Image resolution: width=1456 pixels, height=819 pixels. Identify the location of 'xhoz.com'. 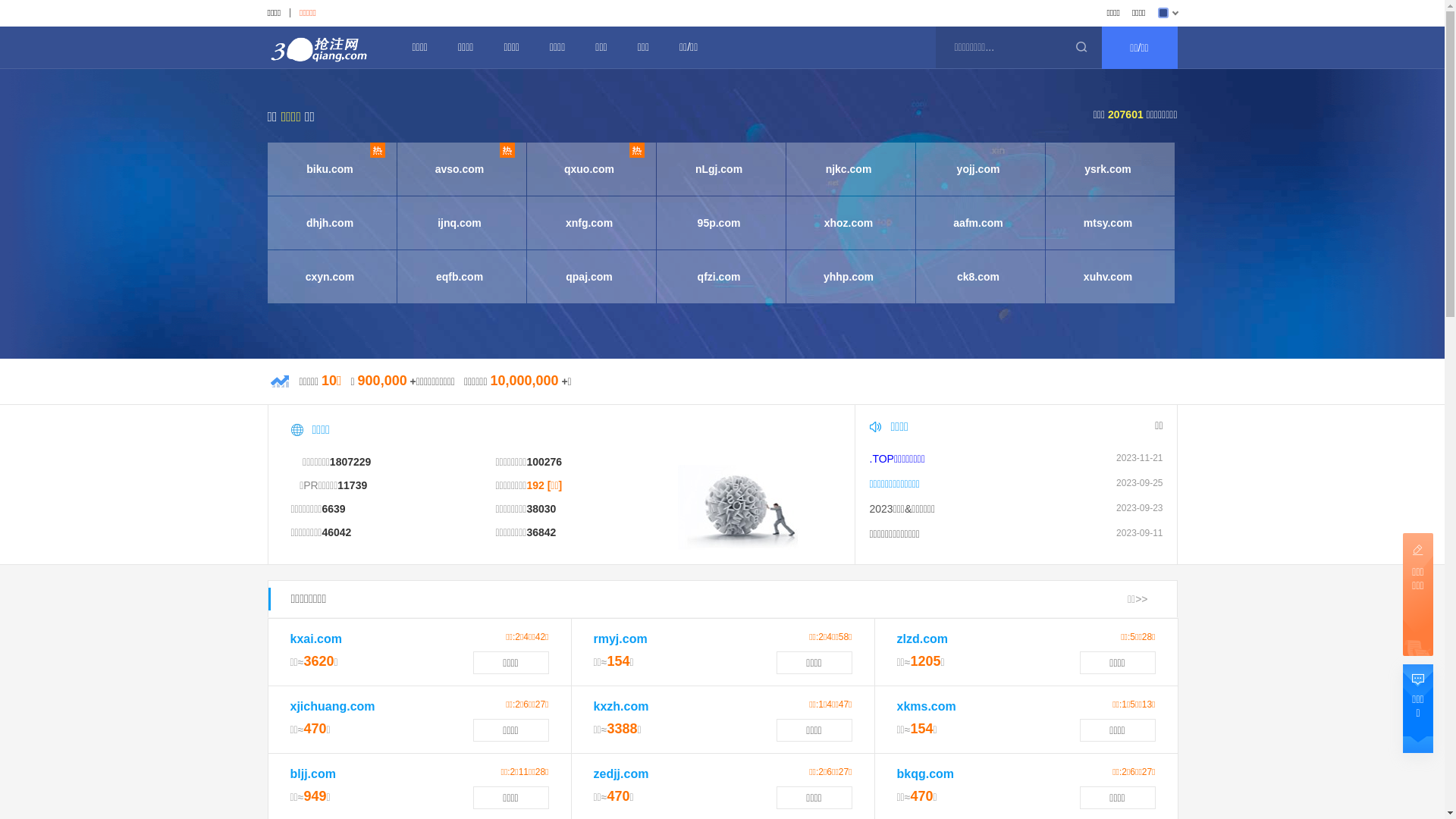
(847, 222).